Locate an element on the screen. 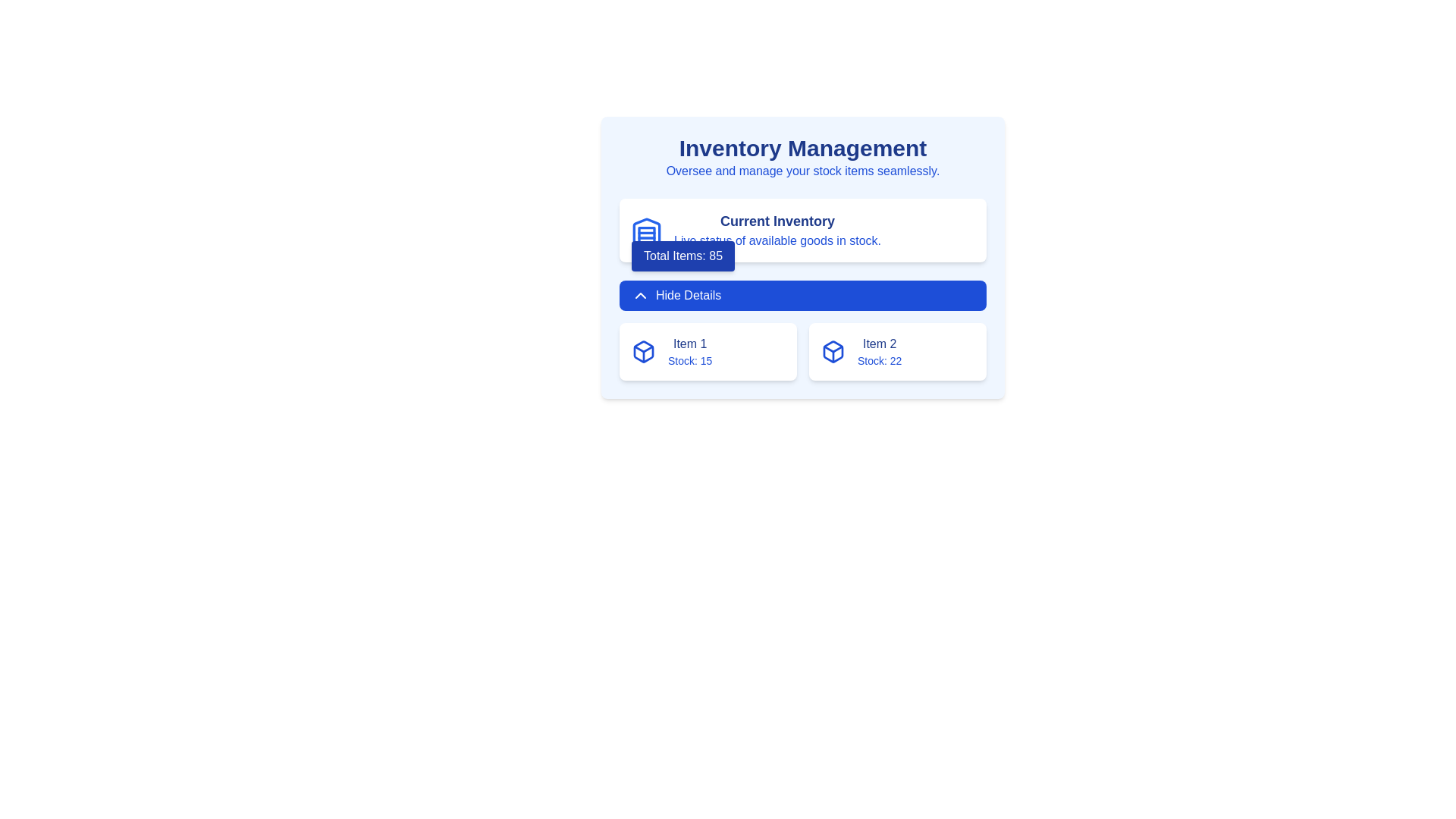 The height and width of the screenshot is (819, 1456). the icon located at the leftmost side of the card titled 'Item 1 Stock: 15' to enhance association and identification with the product is located at coordinates (644, 351).